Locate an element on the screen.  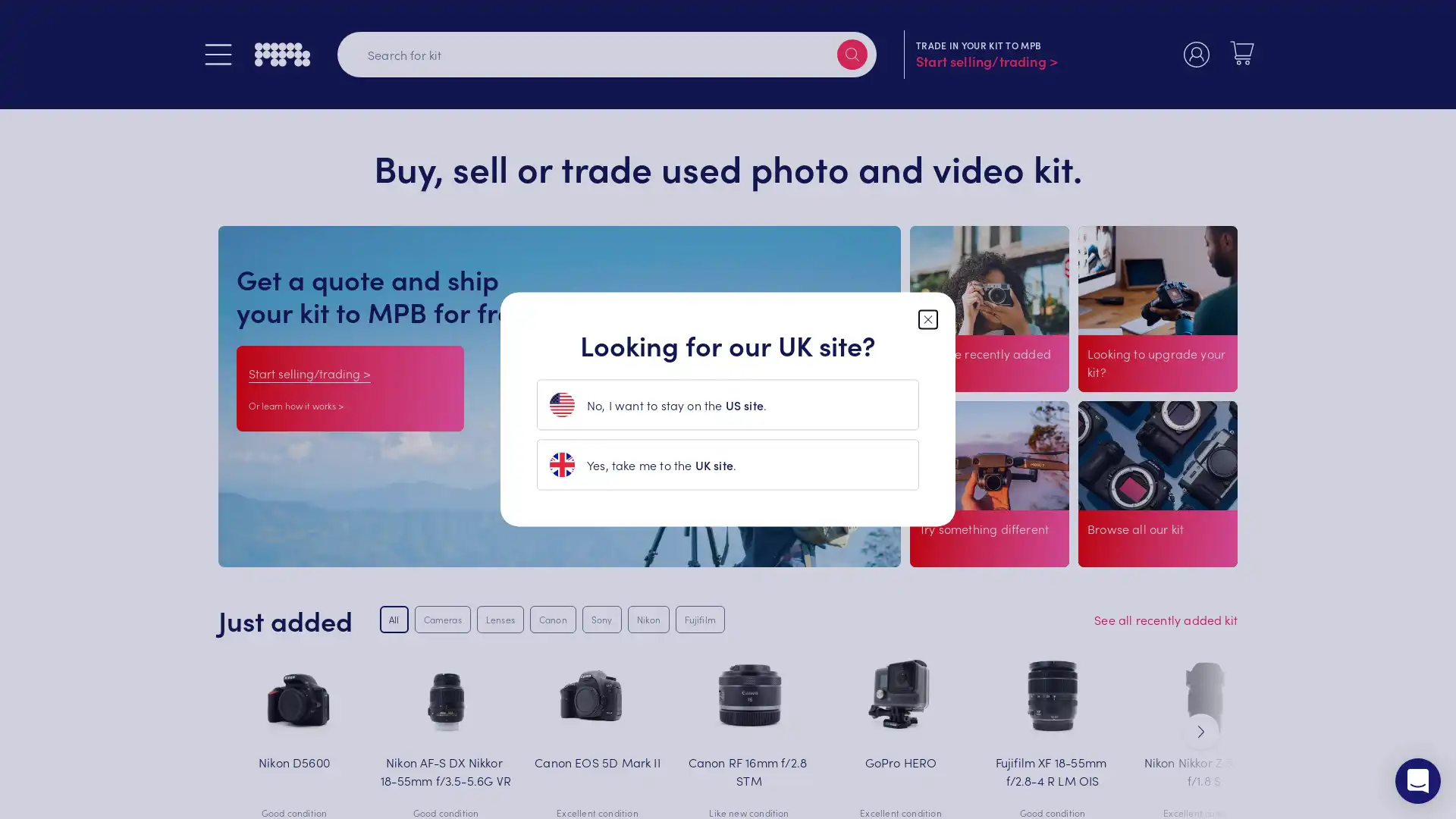
View kit guides is located at coordinates (962, 551).